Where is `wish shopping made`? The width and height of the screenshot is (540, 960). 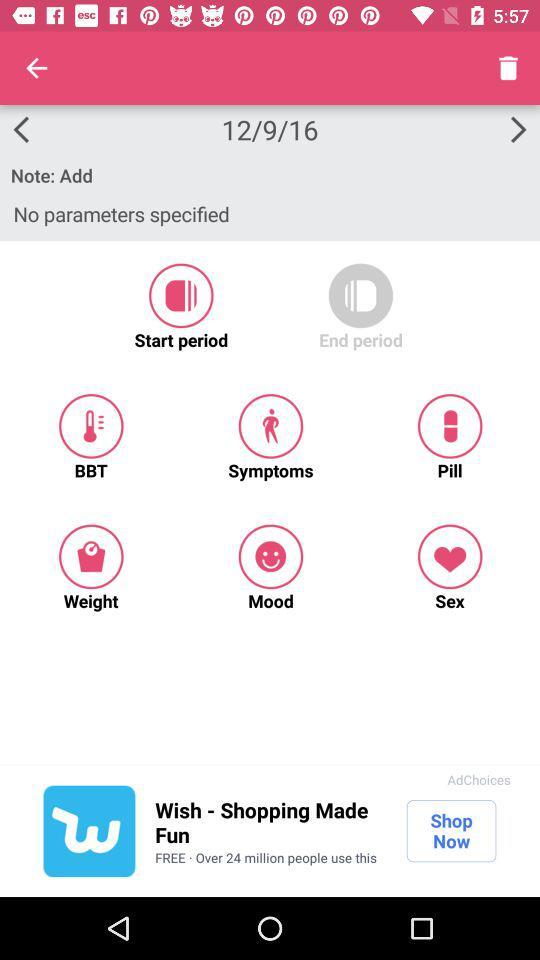 wish shopping made is located at coordinates (270, 822).